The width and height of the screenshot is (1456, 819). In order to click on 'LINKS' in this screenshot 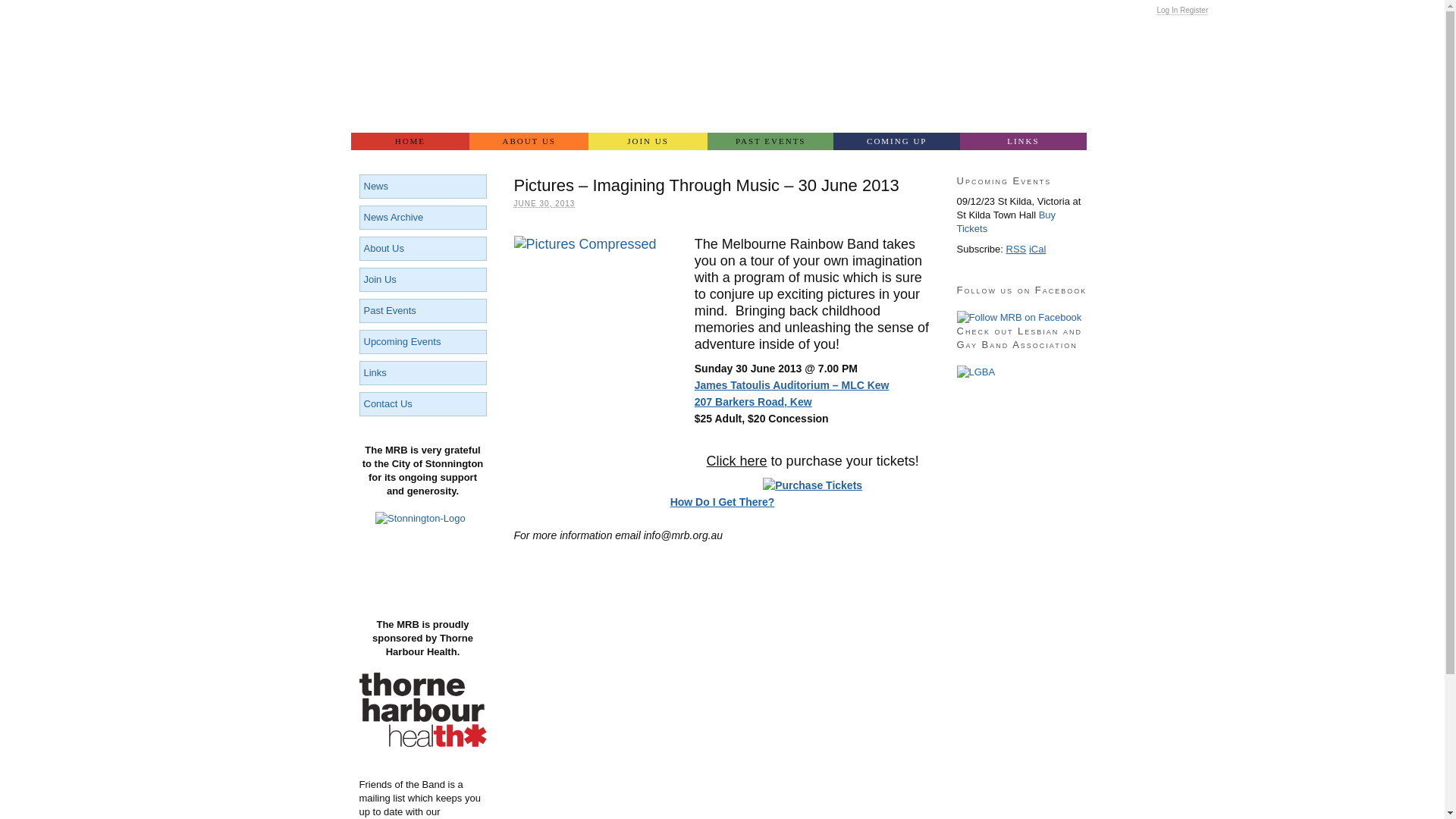, I will do `click(1023, 141)`.